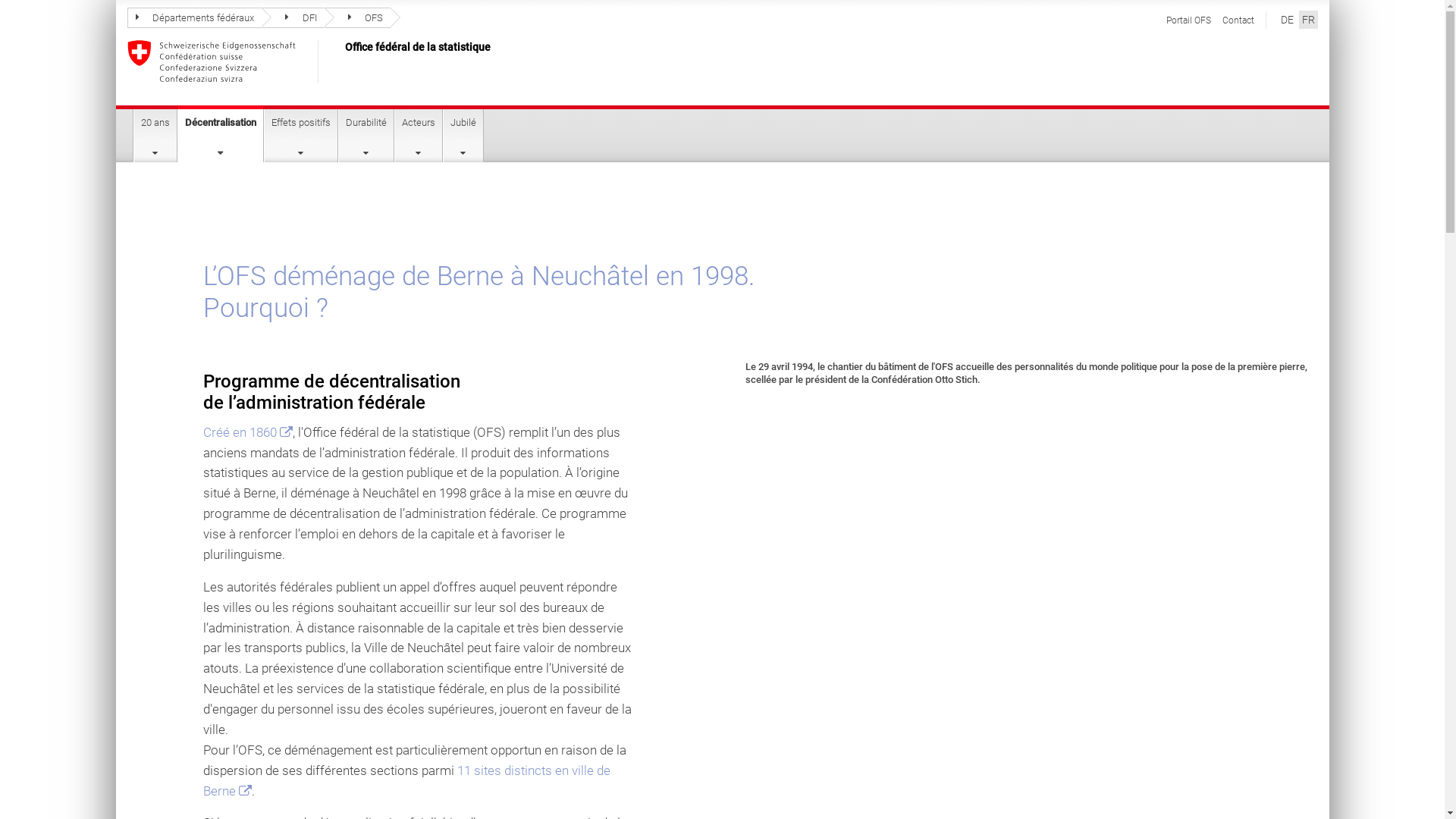 This screenshot has height=819, width=1456. What do you see at coordinates (1188, 20) in the screenshot?
I see `'Portail OFS'` at bounding box center [1188, 20].